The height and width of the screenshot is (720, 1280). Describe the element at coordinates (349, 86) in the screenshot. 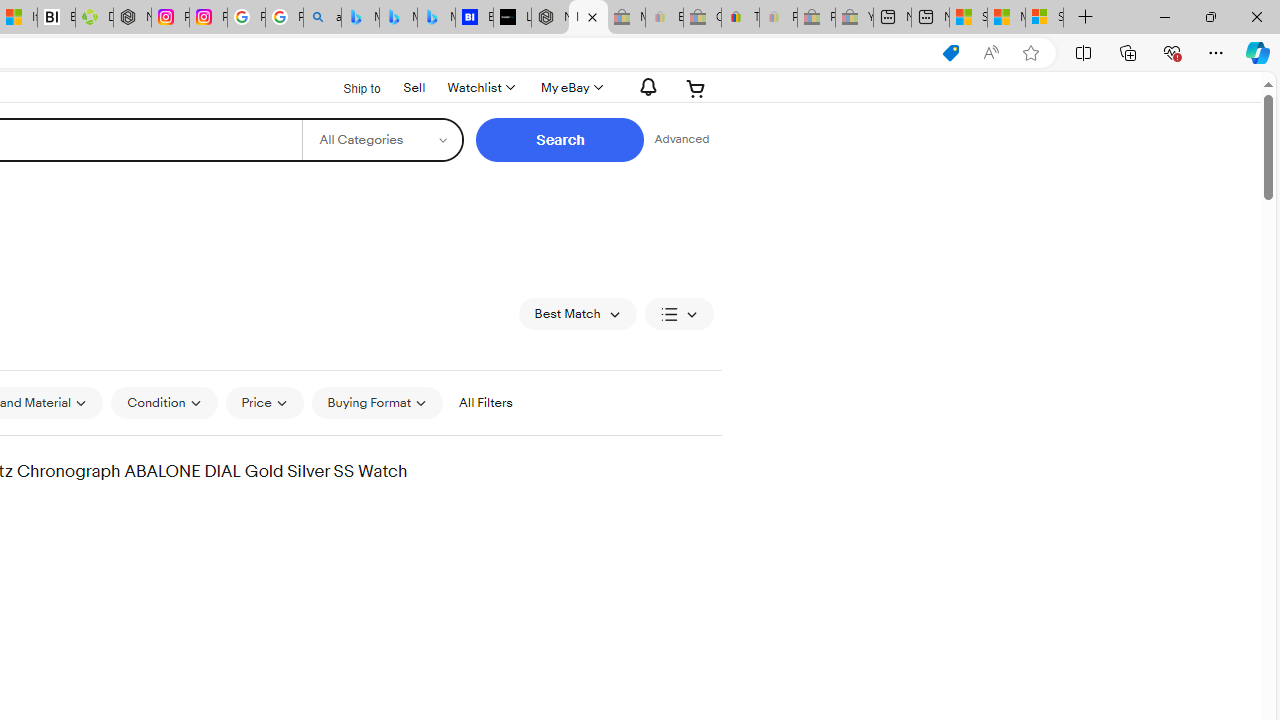

I see `'Ship to'` at that location.